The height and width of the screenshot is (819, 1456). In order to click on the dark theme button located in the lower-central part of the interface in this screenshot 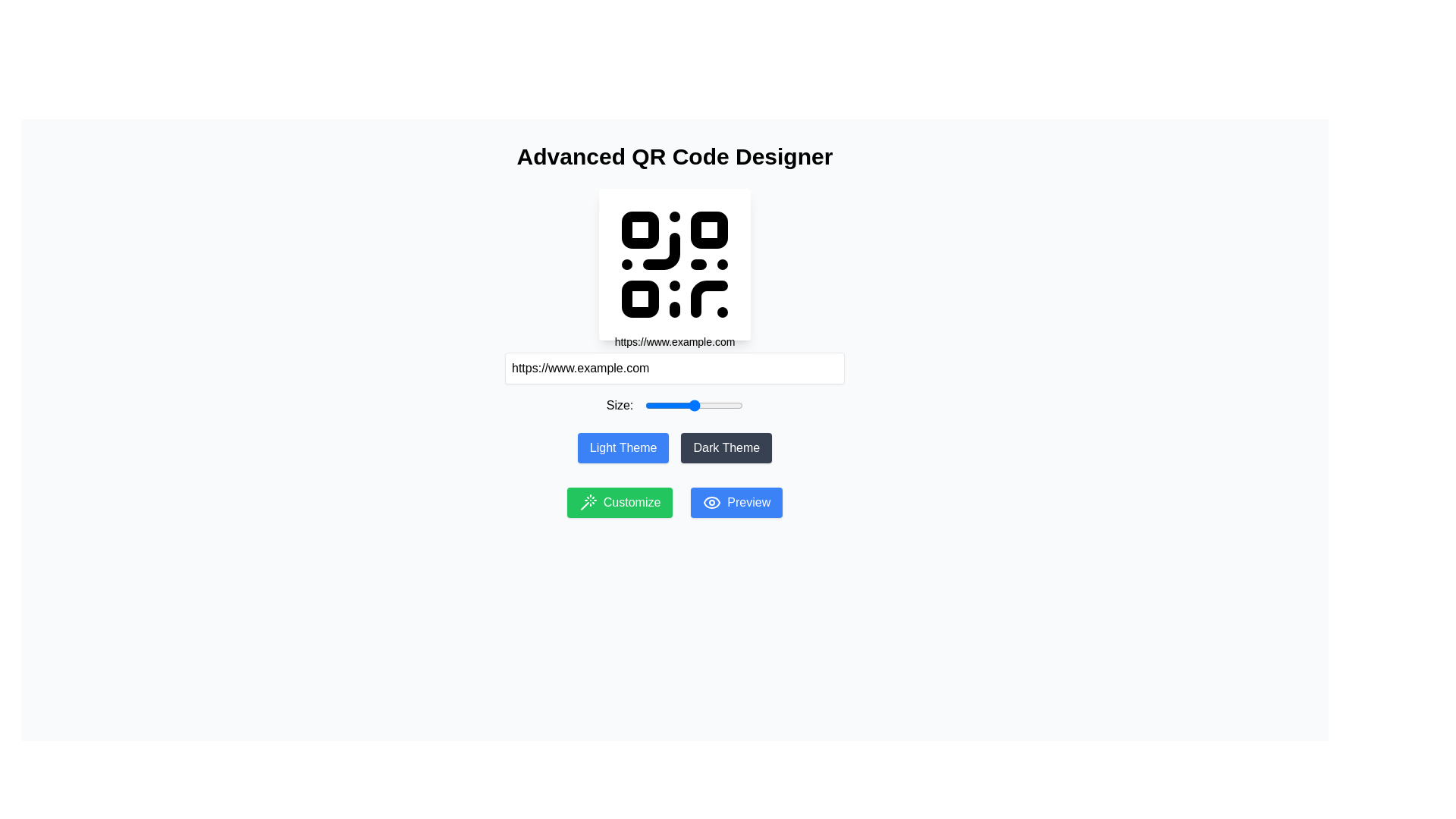, I will do `click(726, 447)`.